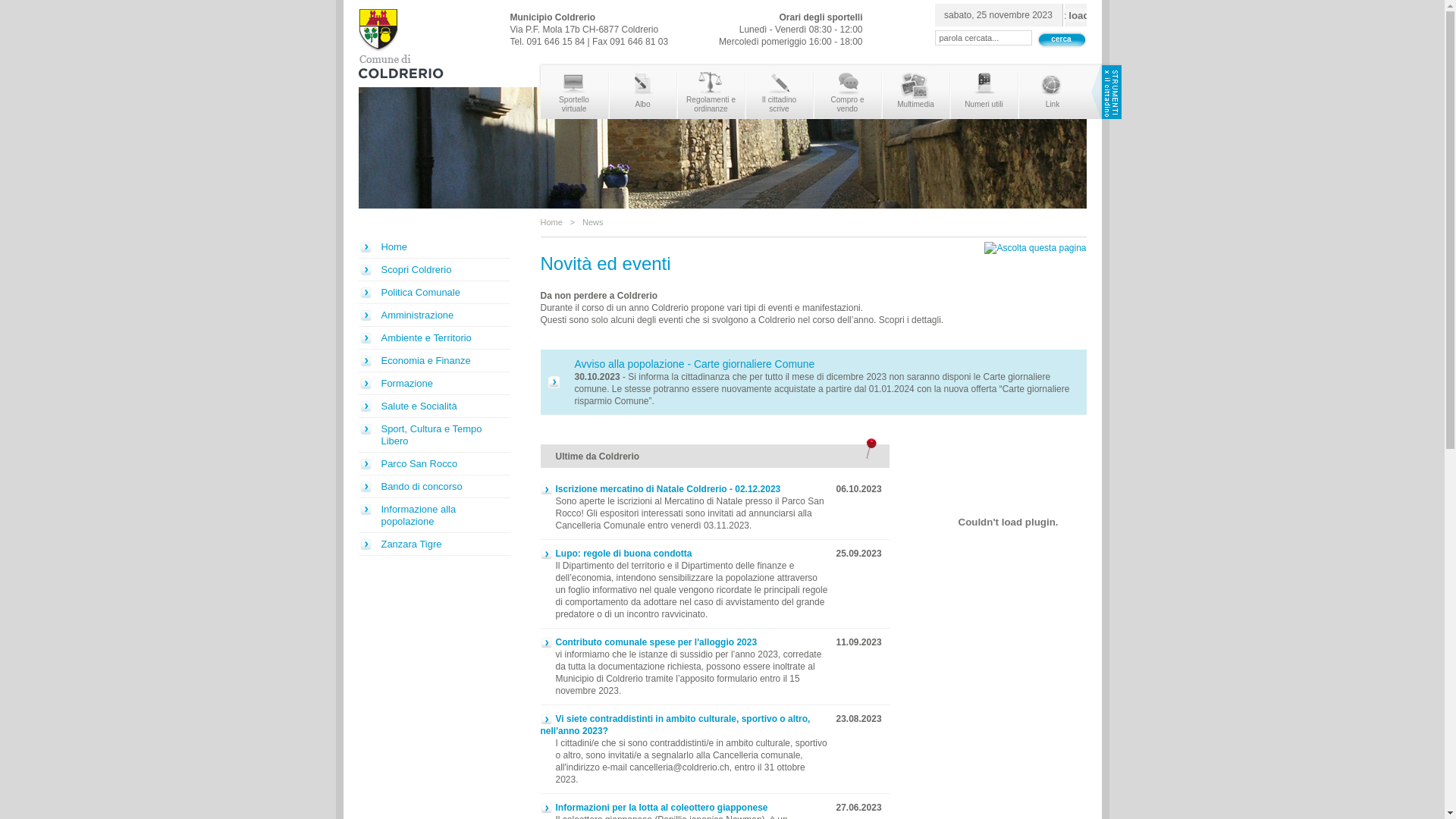  I want to click on 'cerca', so click(1059, 38).